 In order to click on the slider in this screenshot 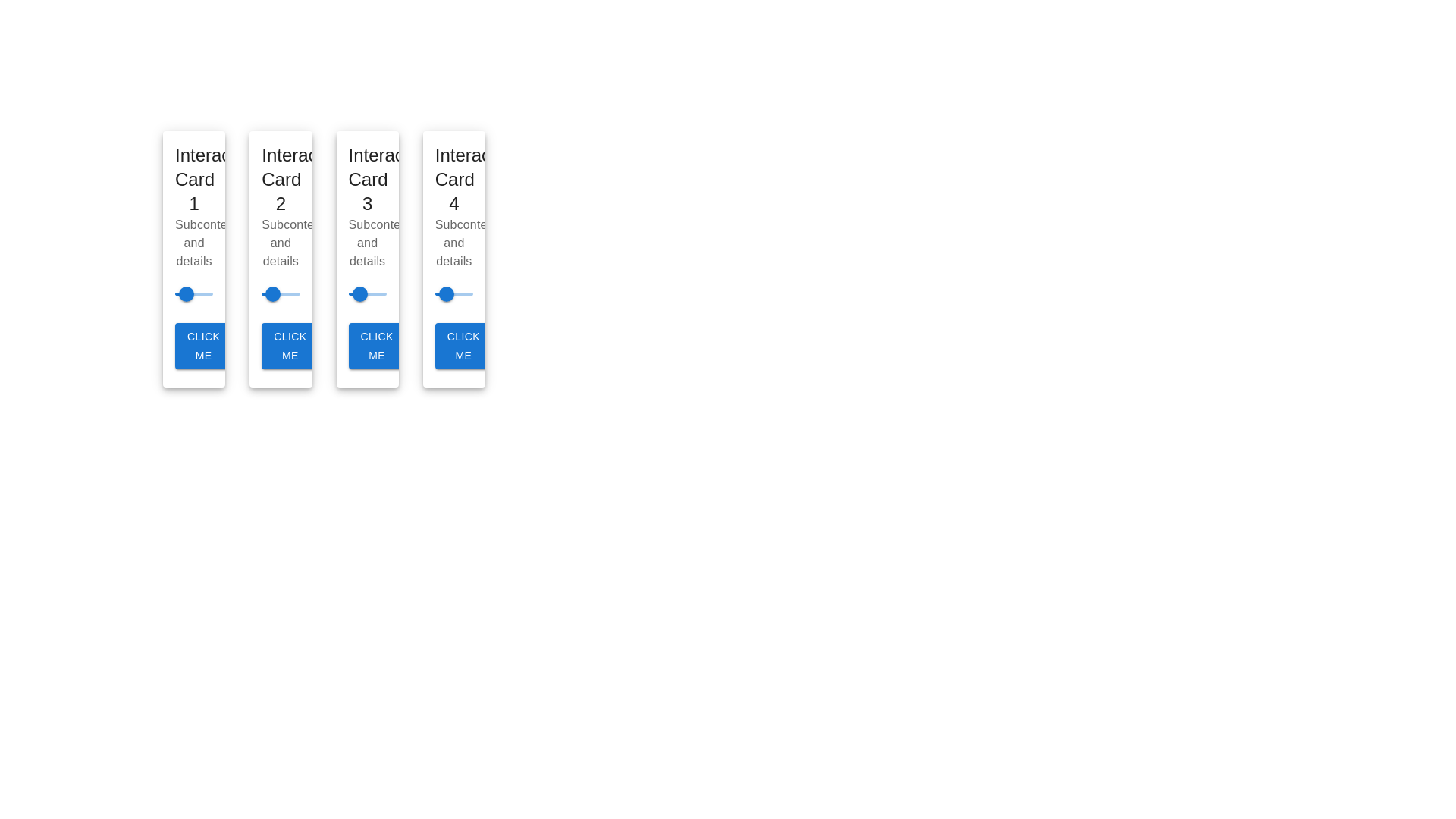, I will do `click(282, 294)`.